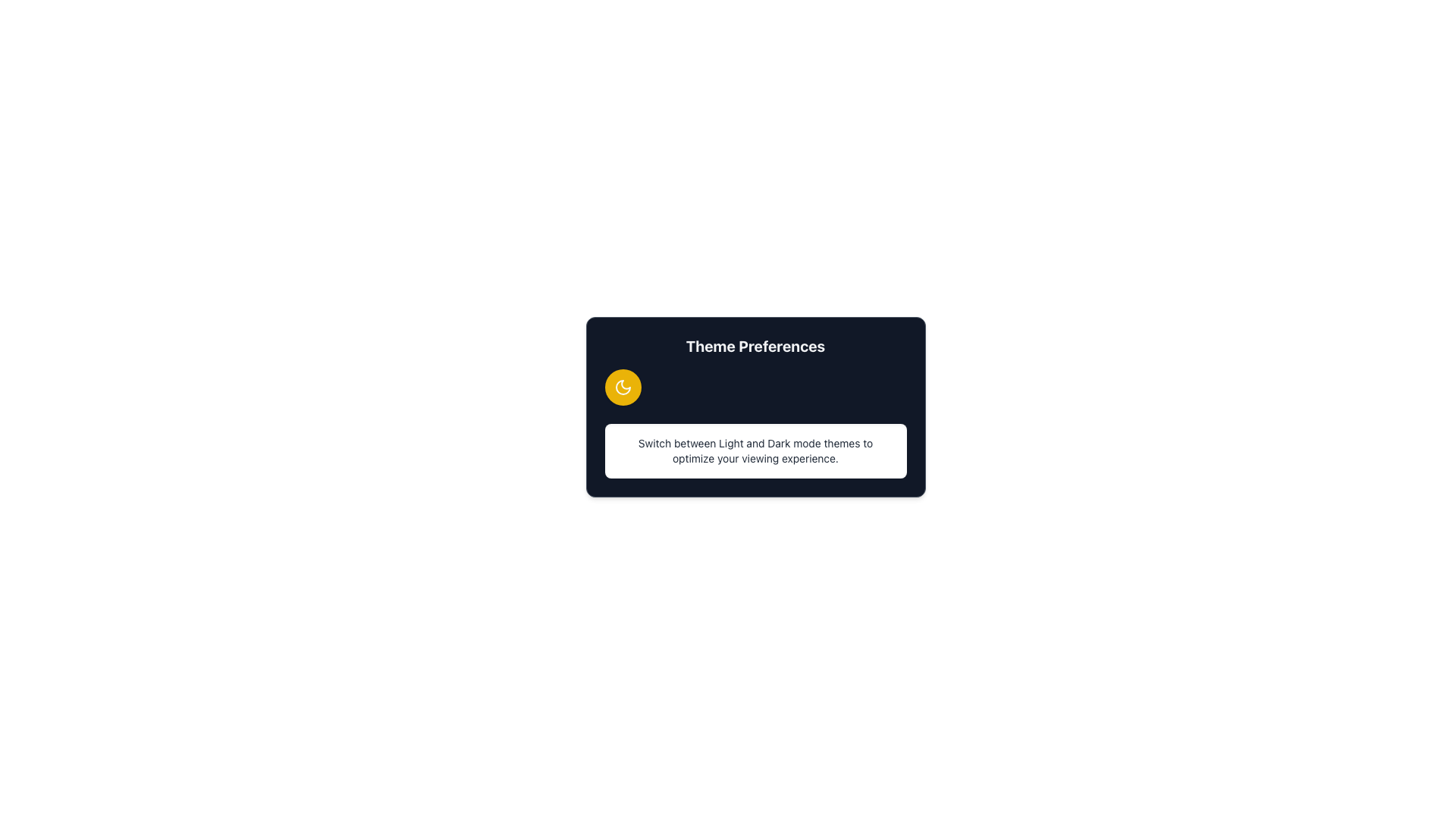 This screenshot has width=1456, height=819. I want to click on descriptive informational text provided by the Static Text element located at the center of the lower part of the rounded rectangular card, so click(755, 450).